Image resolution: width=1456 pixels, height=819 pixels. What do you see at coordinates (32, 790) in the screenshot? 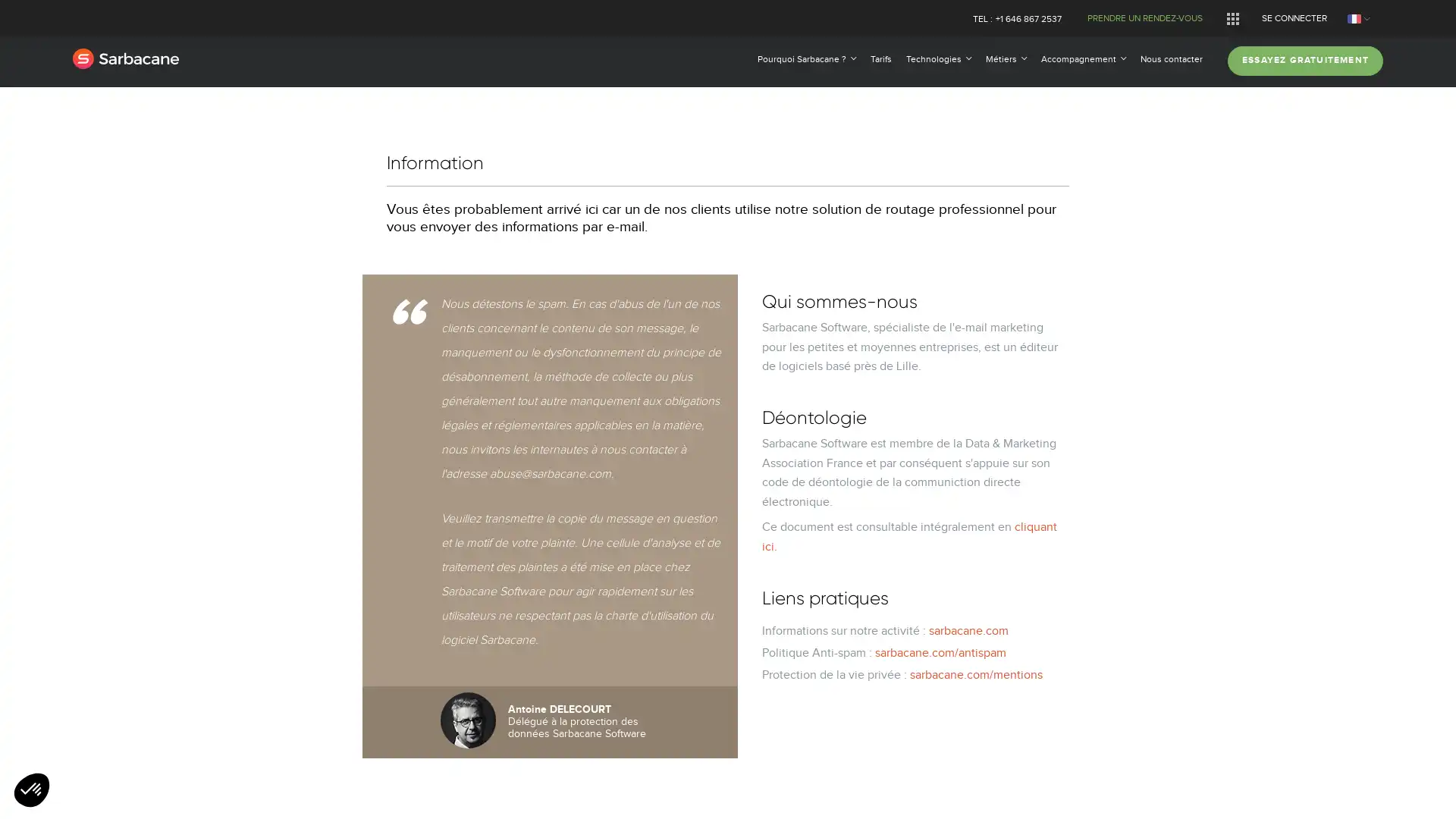
I see `Manage your preferences about cookies` at bounding box center [32, 790].